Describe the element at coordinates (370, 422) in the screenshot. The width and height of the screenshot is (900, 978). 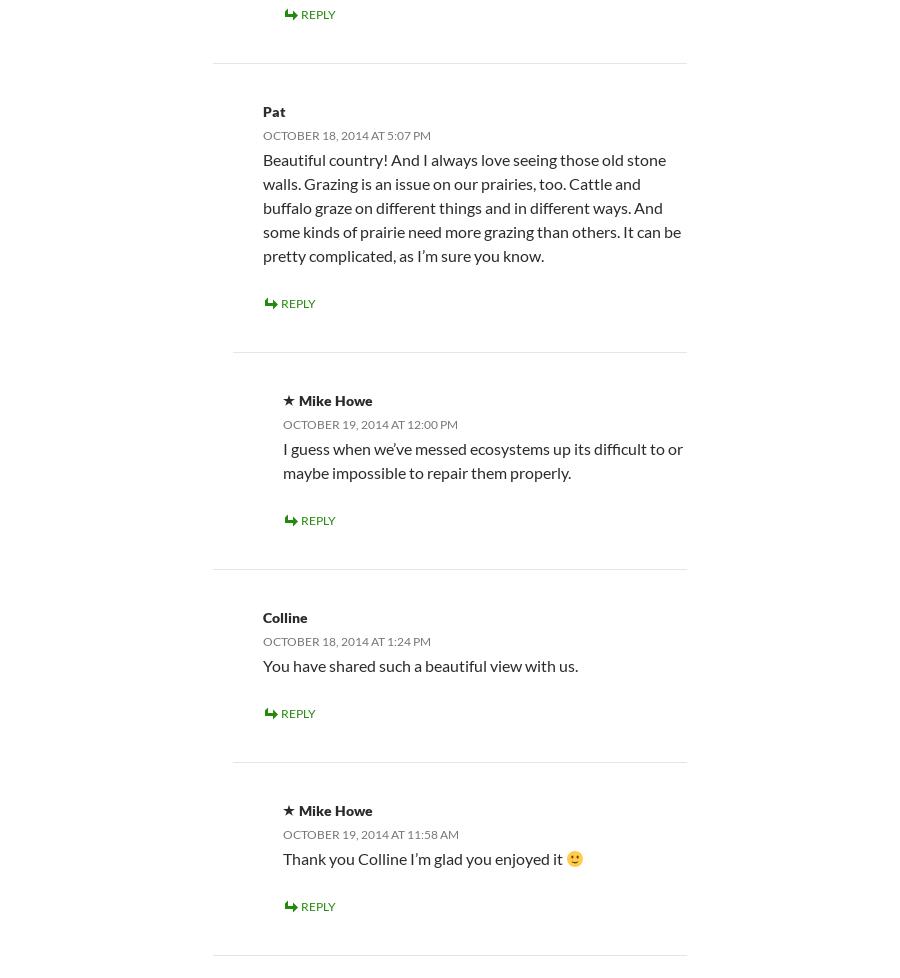
I see `'October 19, 2014 at 12:00 pm'` at that location.